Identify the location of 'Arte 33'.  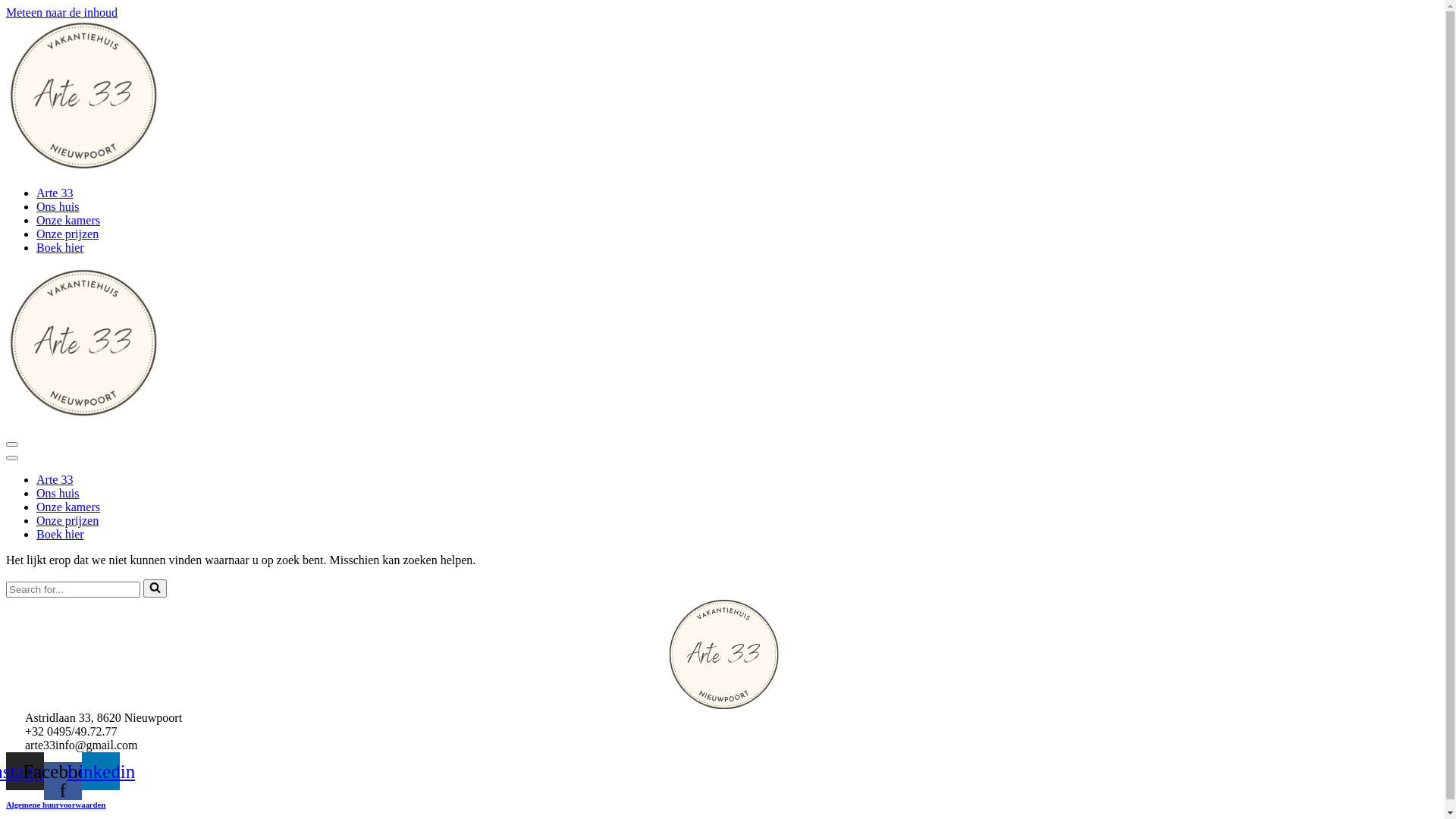
(36, 479).